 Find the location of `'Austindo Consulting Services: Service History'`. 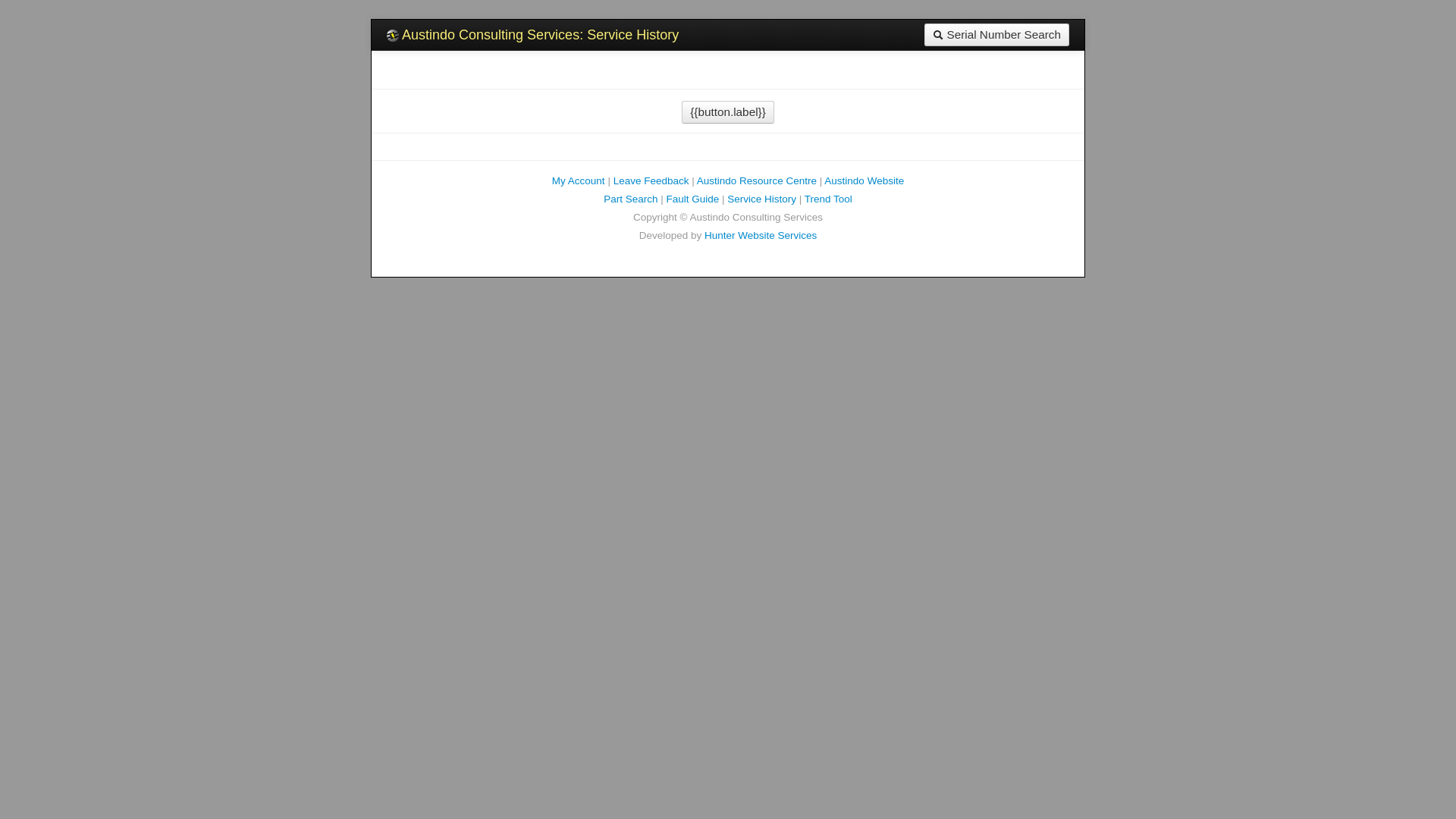

'Austindo Consulting Services: Service History' is located at coordinates (532, 34).